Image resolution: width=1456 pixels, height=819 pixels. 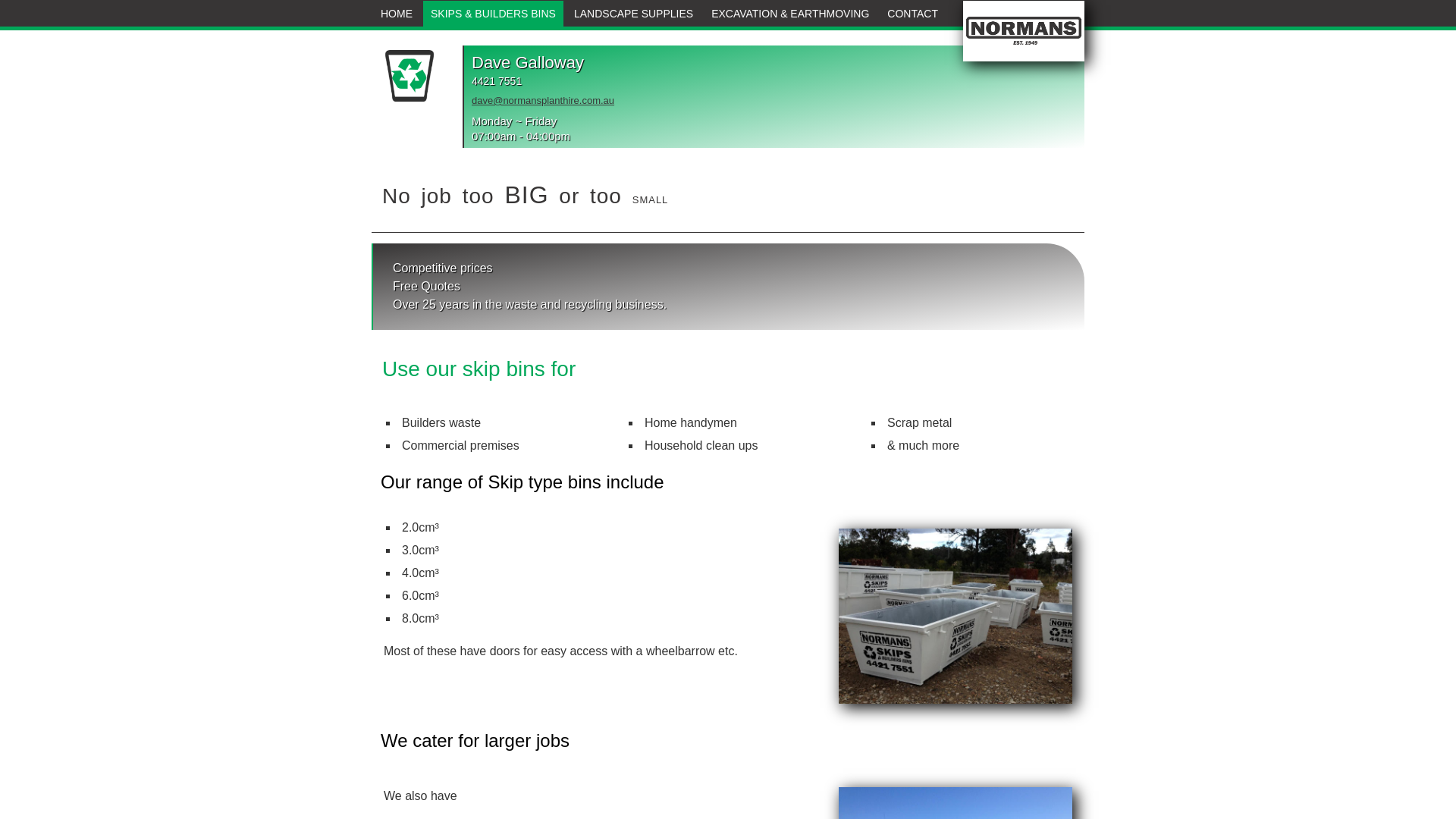 I want to click on 'SKIPS & BUILDERS BINS', so click(x=422, y=14).